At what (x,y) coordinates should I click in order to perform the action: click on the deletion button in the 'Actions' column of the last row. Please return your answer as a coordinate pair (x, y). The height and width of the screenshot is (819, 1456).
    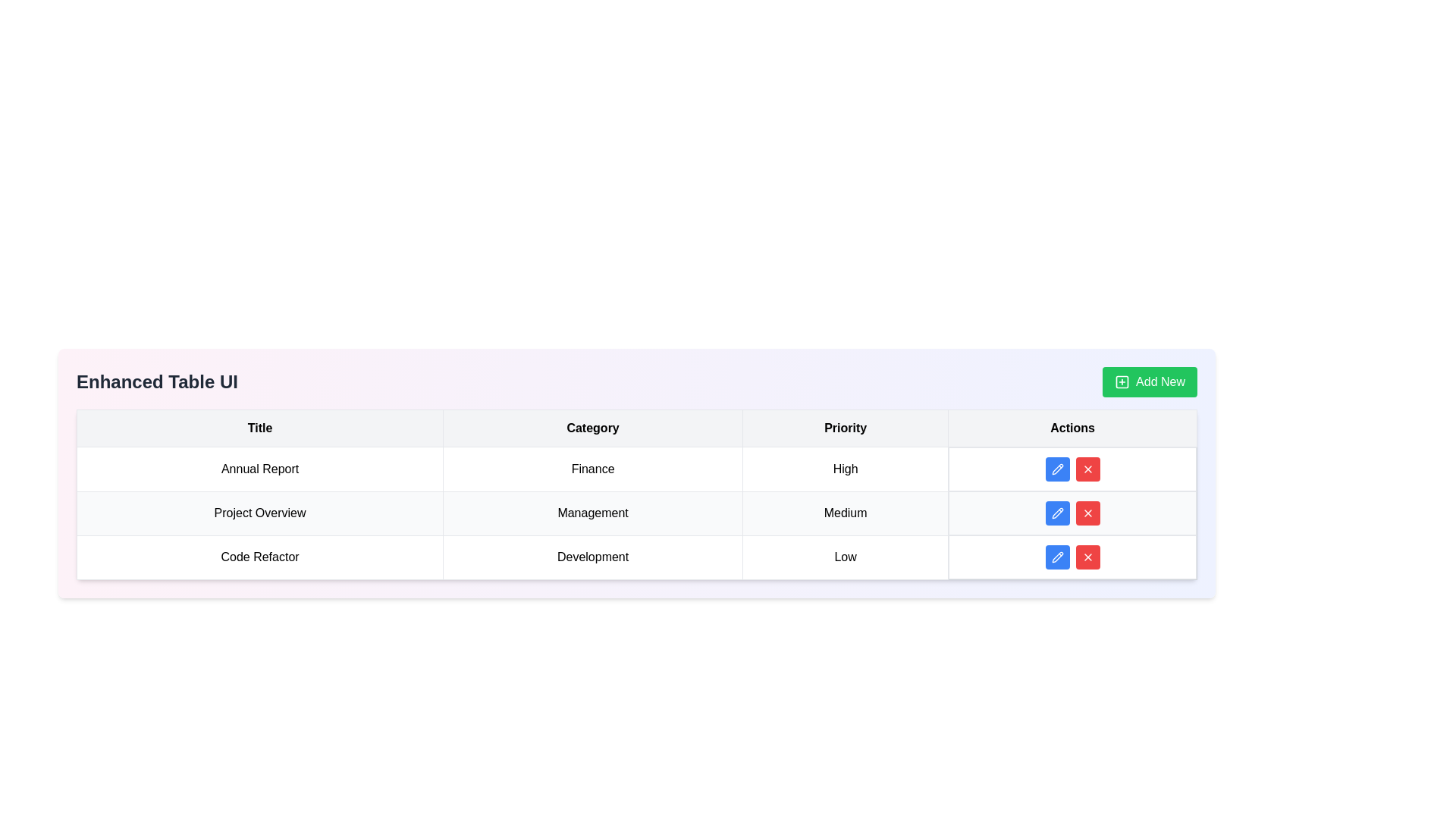
    Looking at the image, I should click on (1087, 513).